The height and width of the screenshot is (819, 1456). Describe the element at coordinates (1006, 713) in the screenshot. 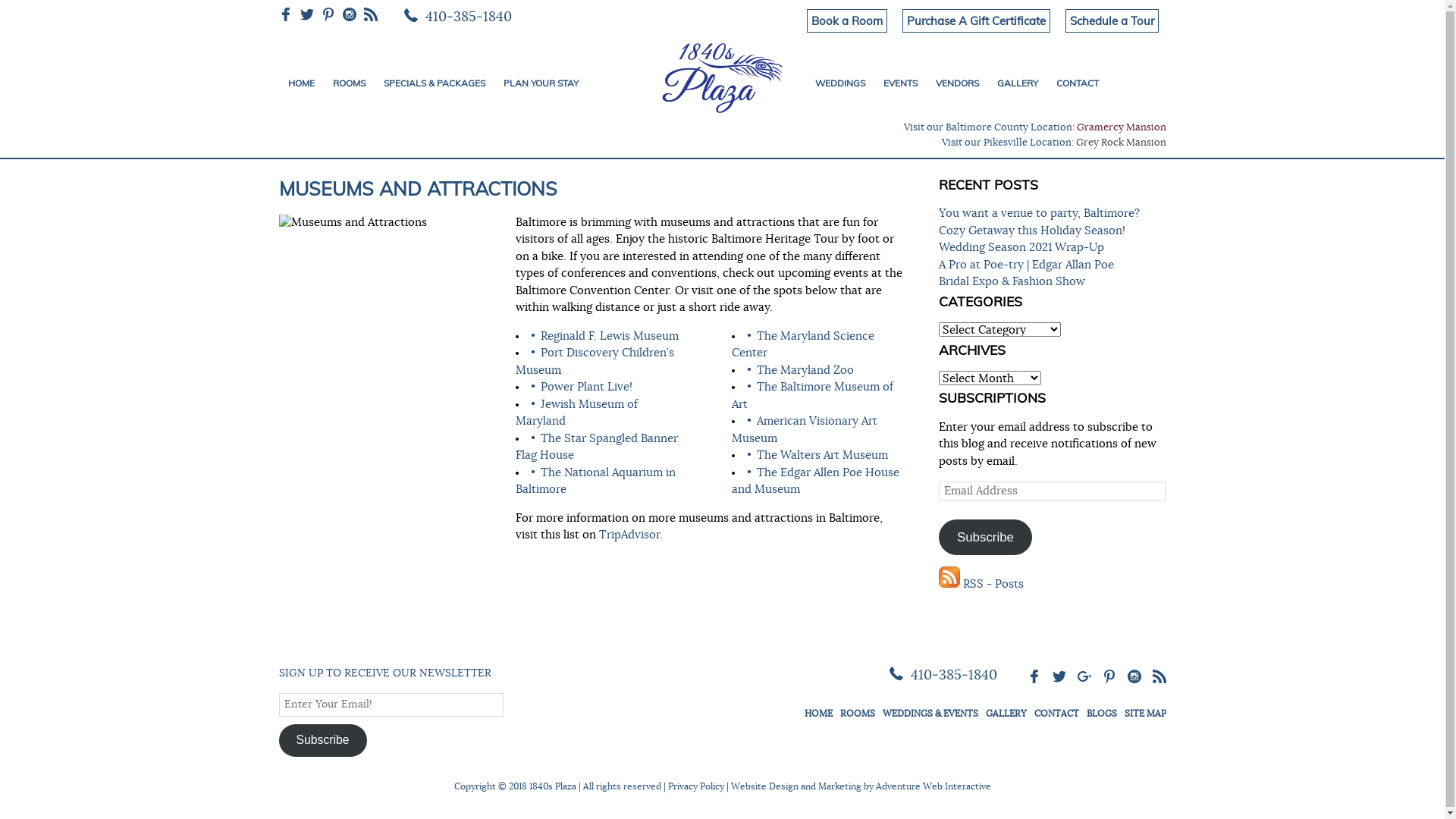

I see `'GALLERY'` at that location.